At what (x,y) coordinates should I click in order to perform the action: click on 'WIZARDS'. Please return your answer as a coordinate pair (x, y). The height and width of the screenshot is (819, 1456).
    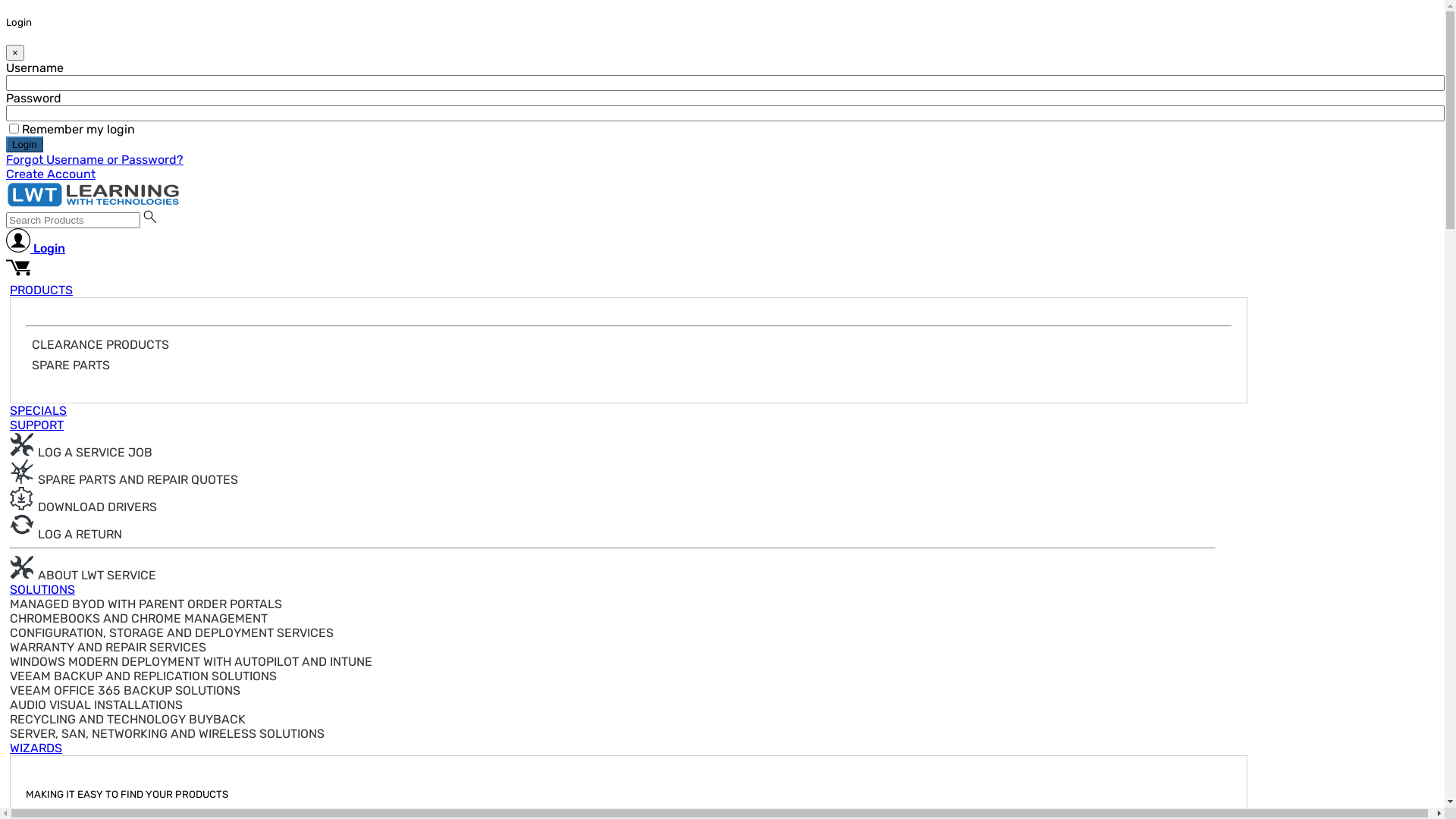
    Looking at the image, I should click on (36, 747).